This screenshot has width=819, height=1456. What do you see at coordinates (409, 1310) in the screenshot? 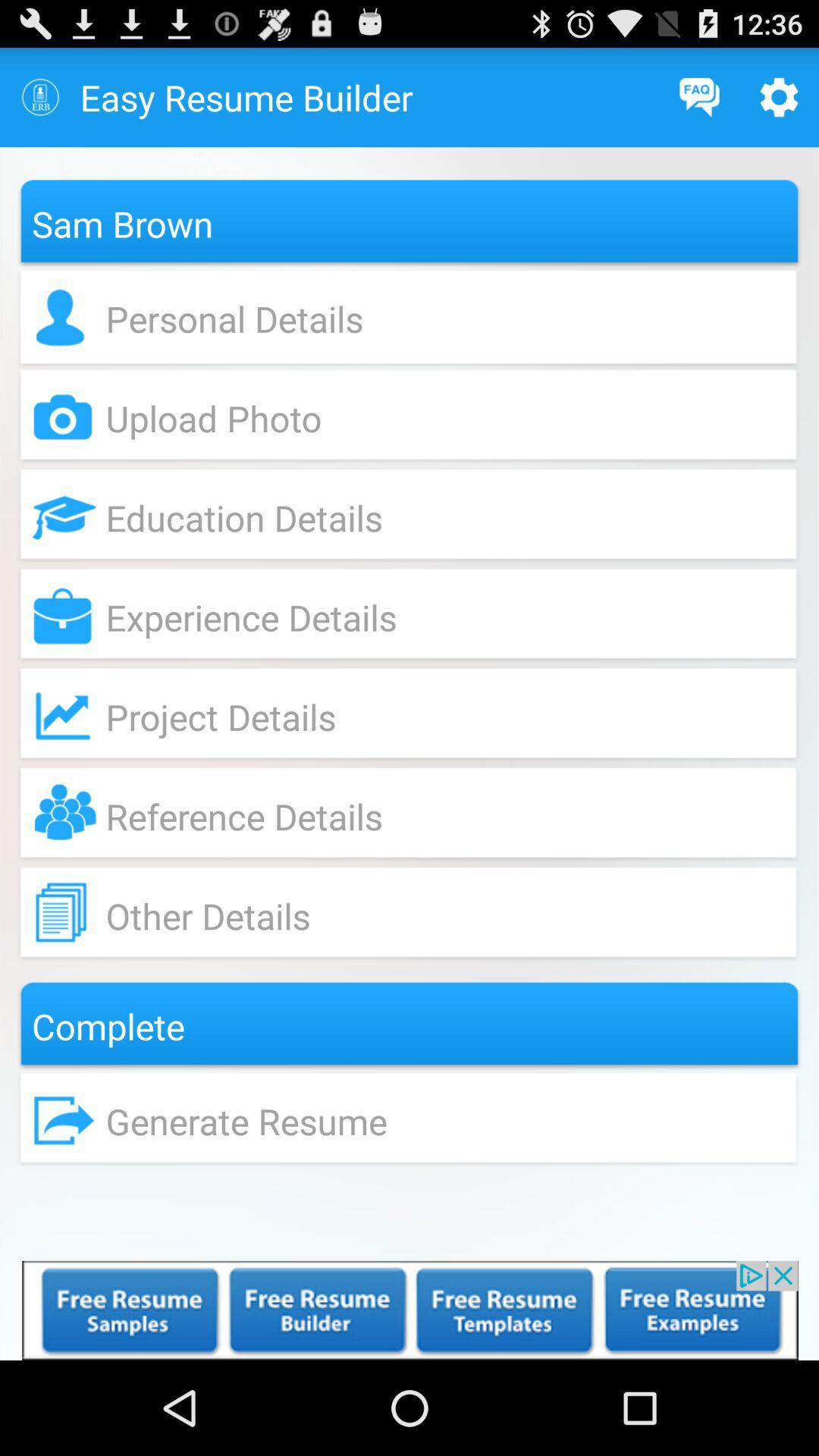
I see `advertisement` at bounding box center [409, 1310].